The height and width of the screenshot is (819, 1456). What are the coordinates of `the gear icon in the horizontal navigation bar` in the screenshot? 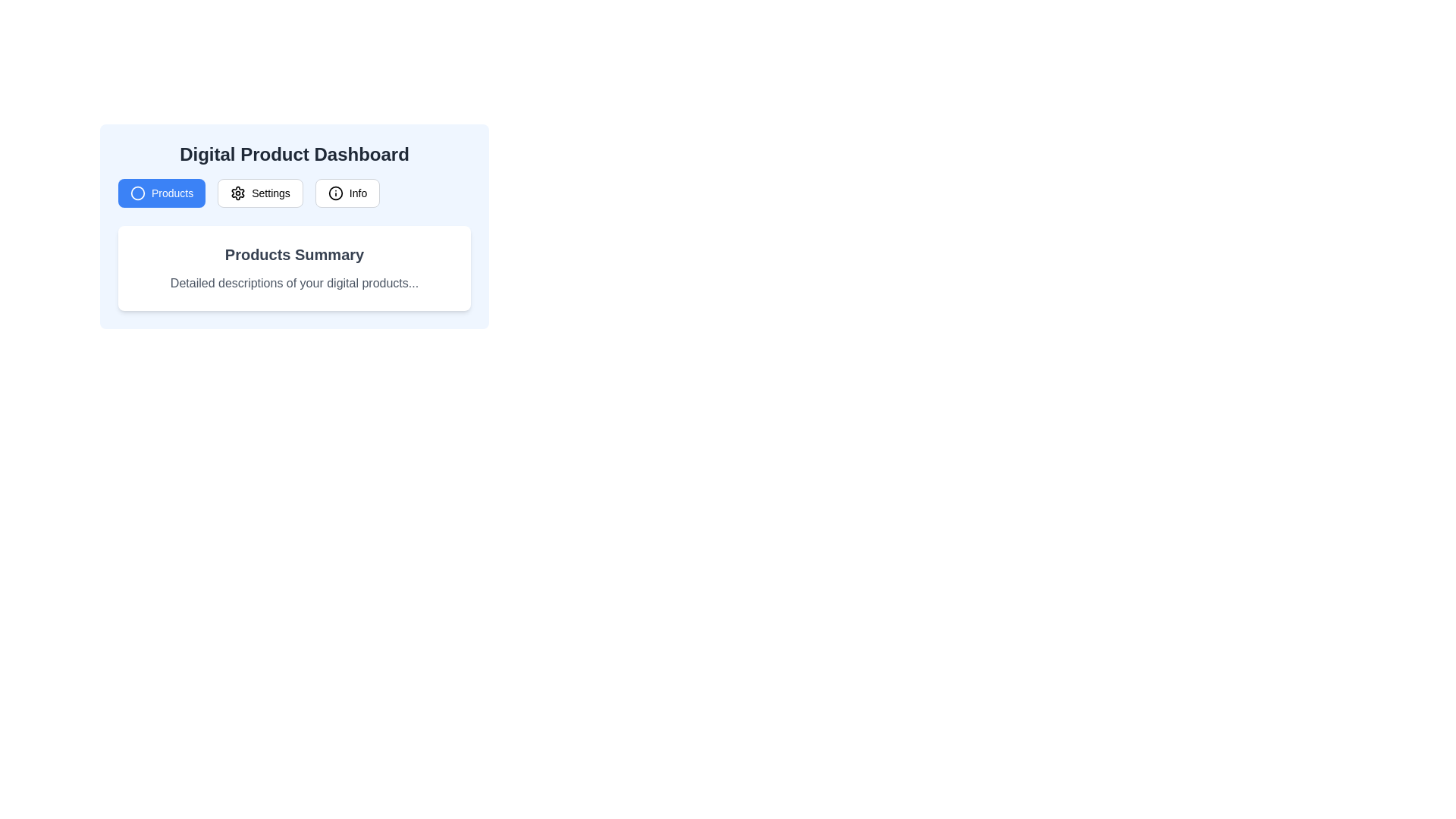 It's located at (237, 192).